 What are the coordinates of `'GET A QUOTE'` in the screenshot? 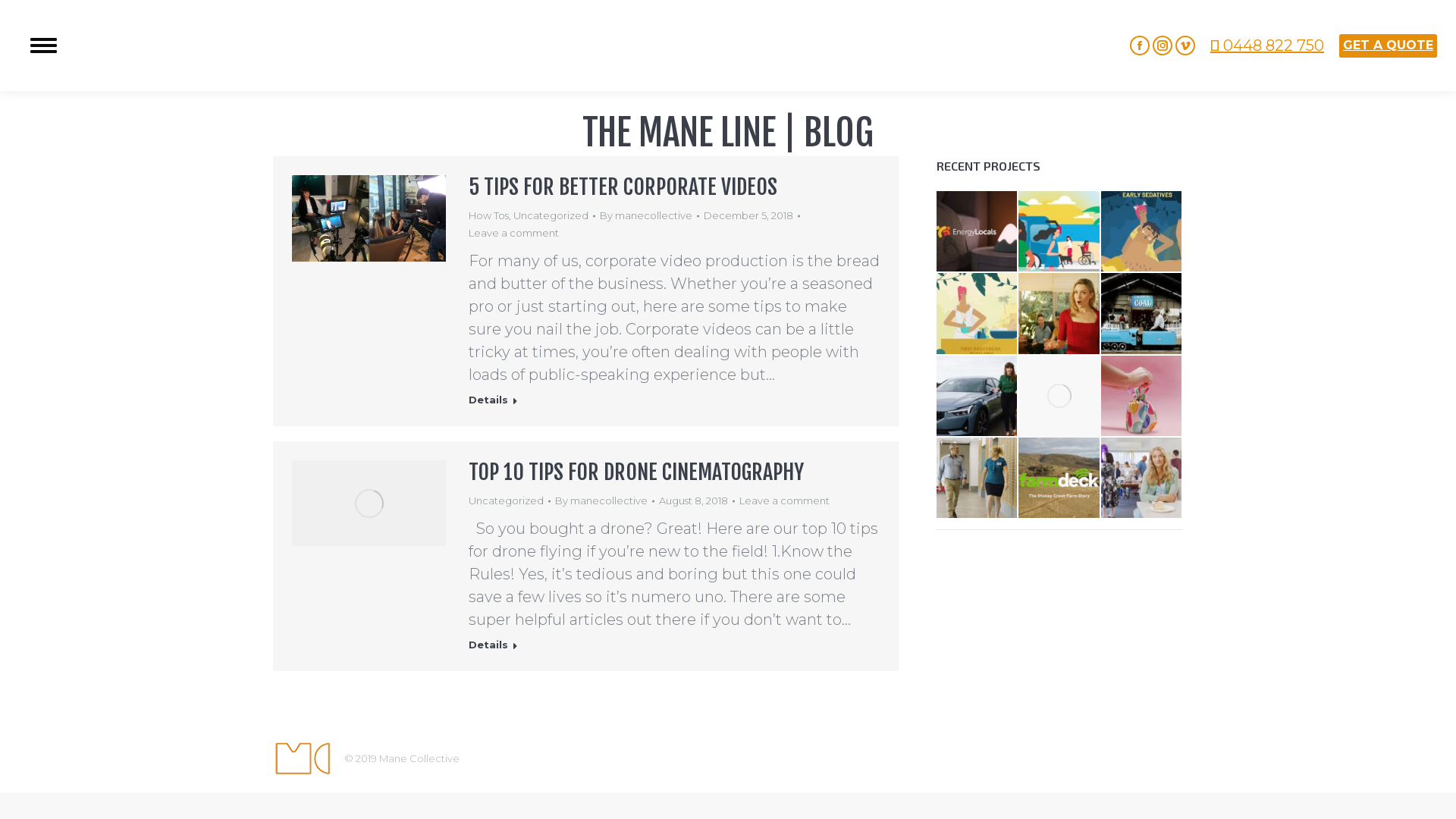 It's located at (1388, 45).